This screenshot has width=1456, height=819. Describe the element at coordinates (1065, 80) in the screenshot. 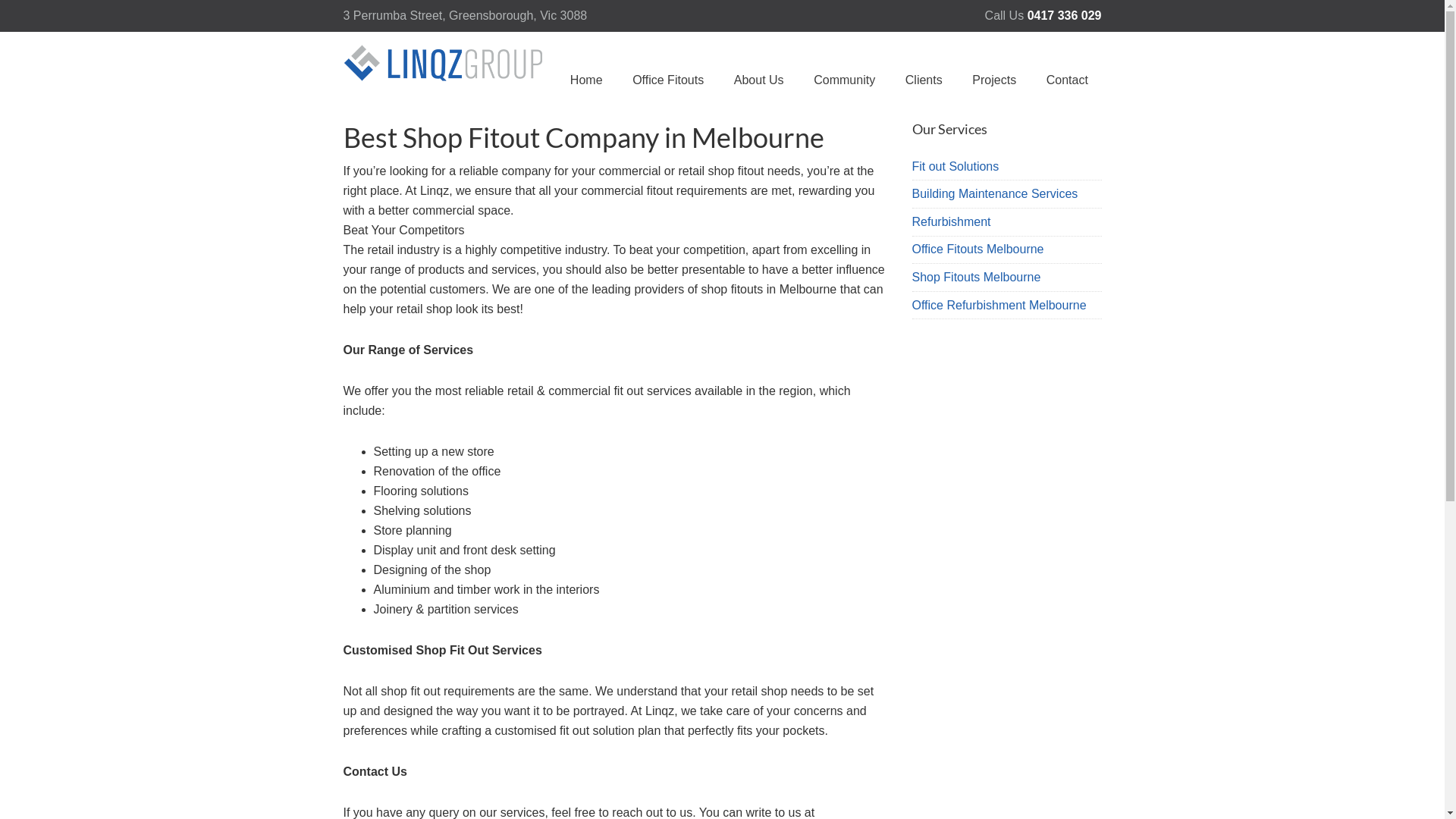

I see `'Contact'` at that location.